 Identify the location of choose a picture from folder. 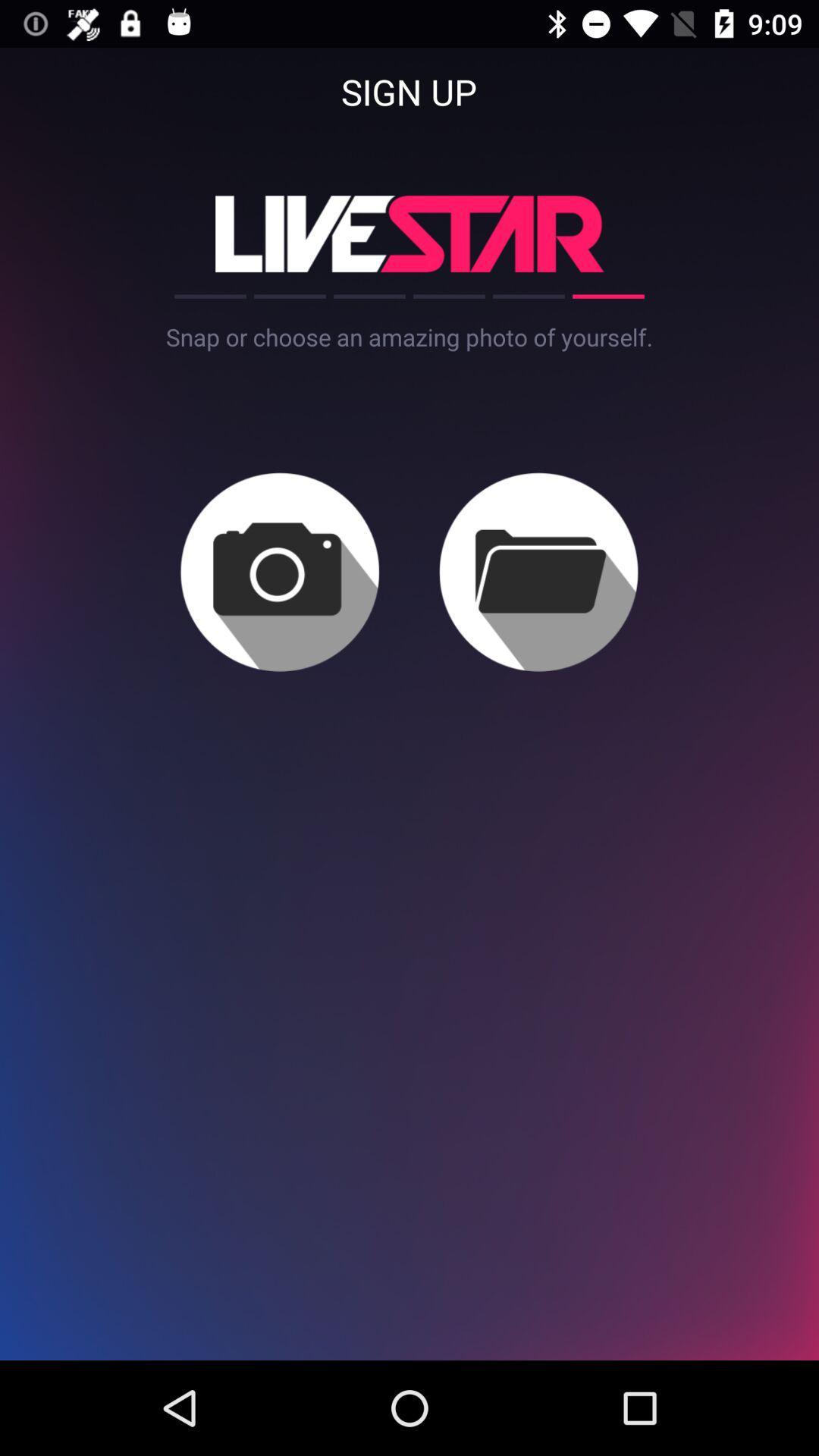
(538, 571).